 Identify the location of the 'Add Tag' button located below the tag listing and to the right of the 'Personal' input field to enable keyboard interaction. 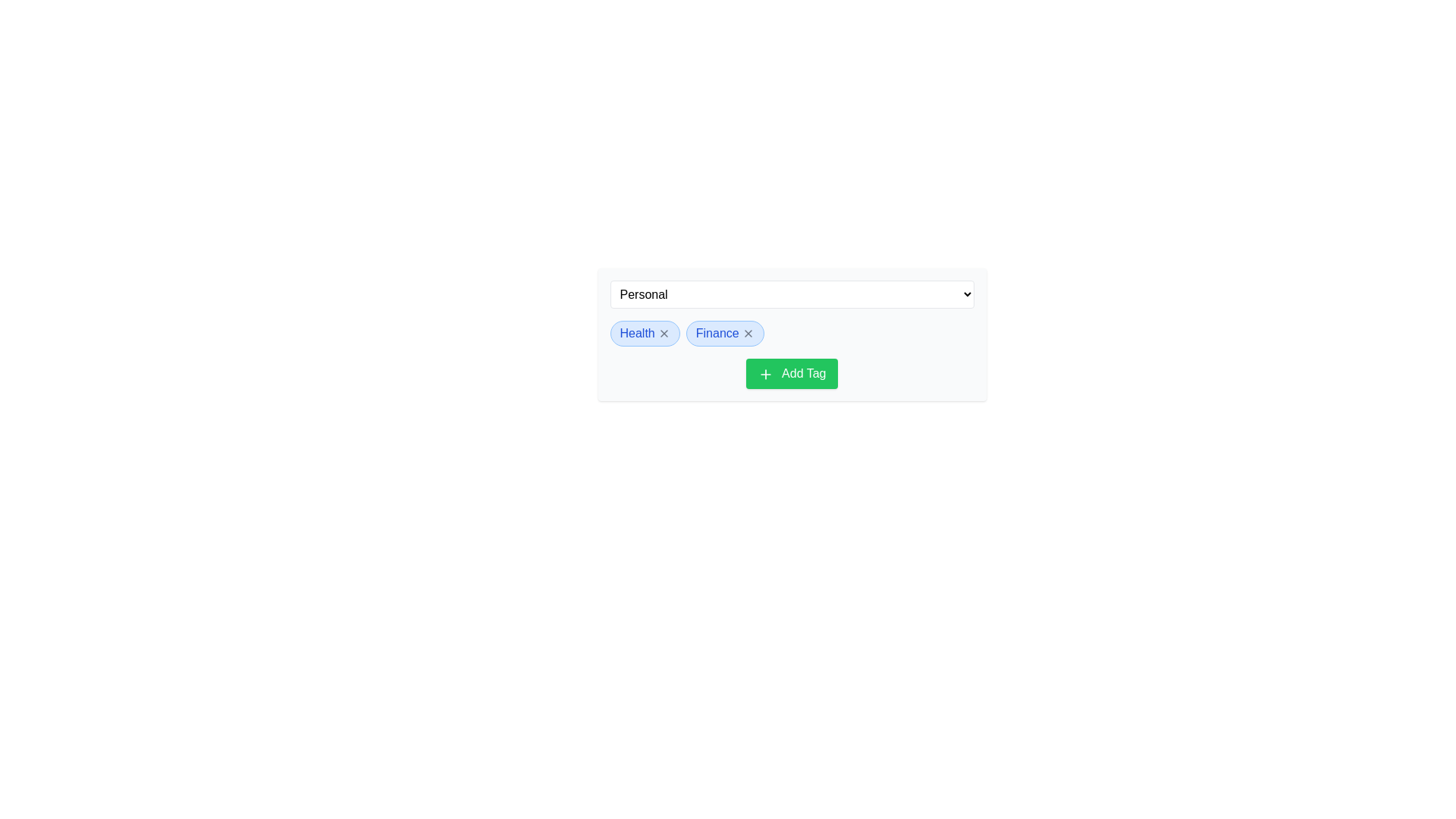
(791, 374).